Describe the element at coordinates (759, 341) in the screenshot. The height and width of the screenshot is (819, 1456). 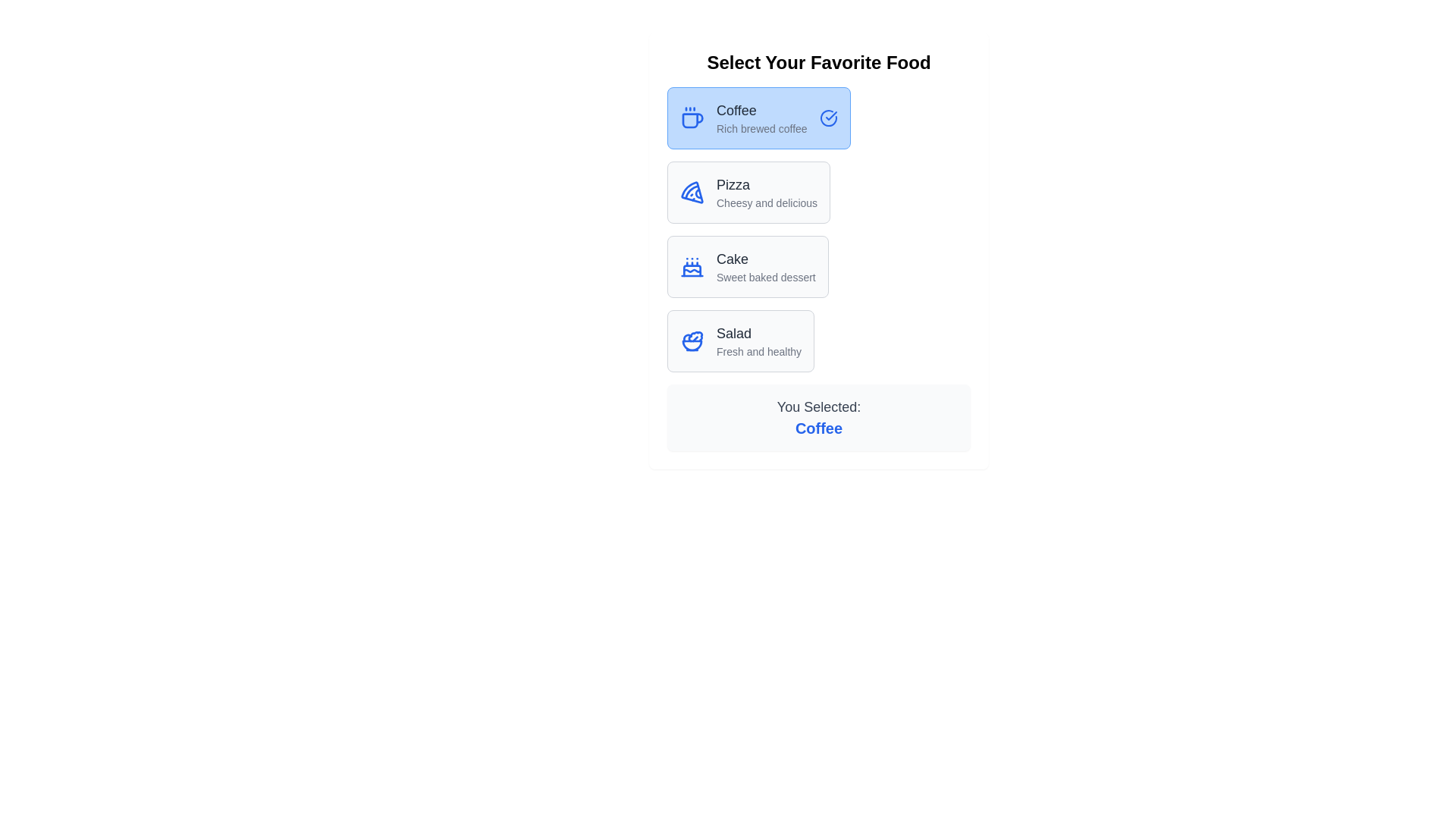
I see `the text block containing 'Salad' styled in medium dark gray font and 'Fresh and healthy' in smaller light gray text, located within the fourth option of the 'Select Your Favorite Food' list` at that location.